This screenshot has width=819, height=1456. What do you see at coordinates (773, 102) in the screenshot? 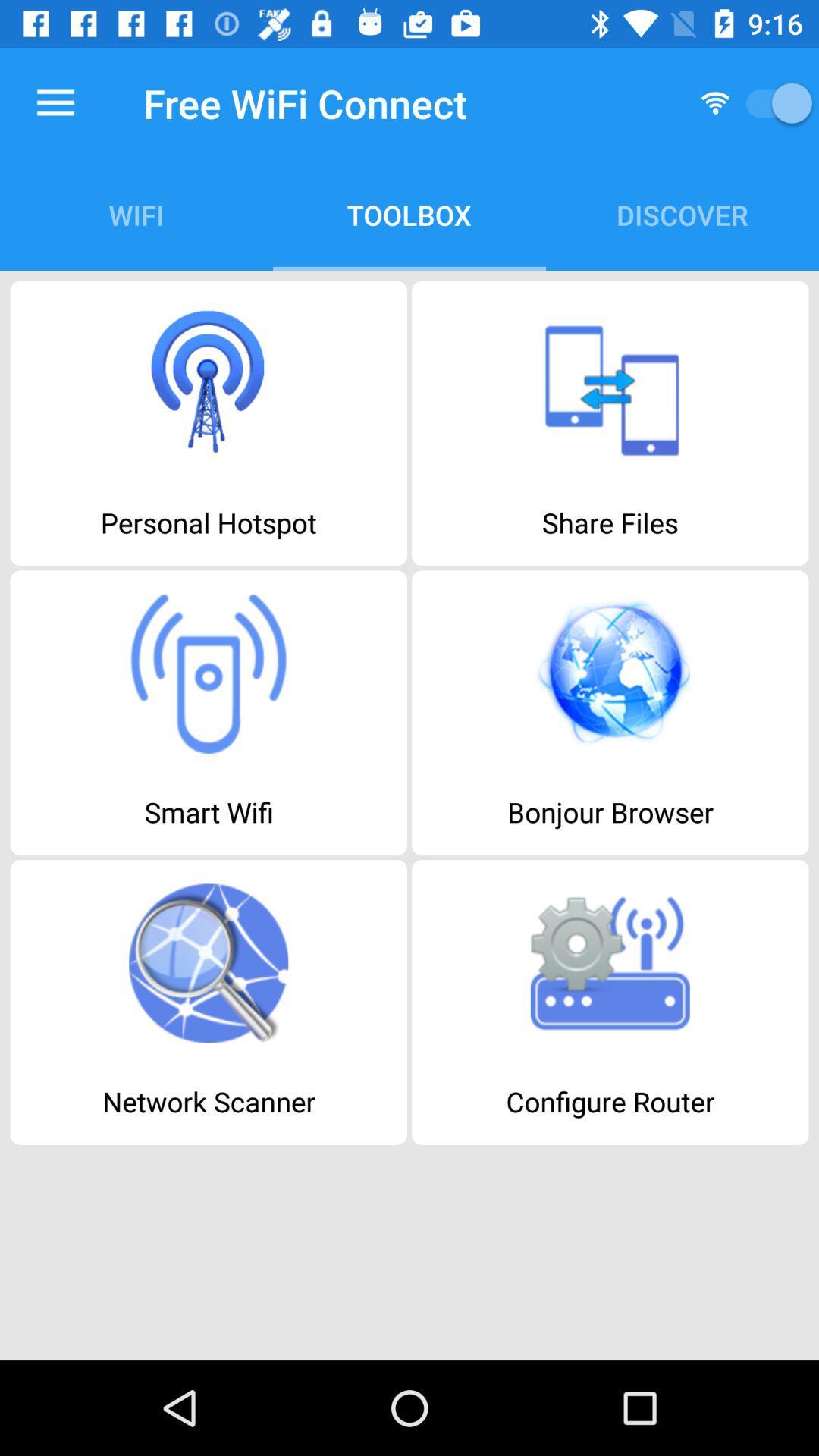
I see `slide to open wifi switch on wifi` at bounding box center [773, 102].